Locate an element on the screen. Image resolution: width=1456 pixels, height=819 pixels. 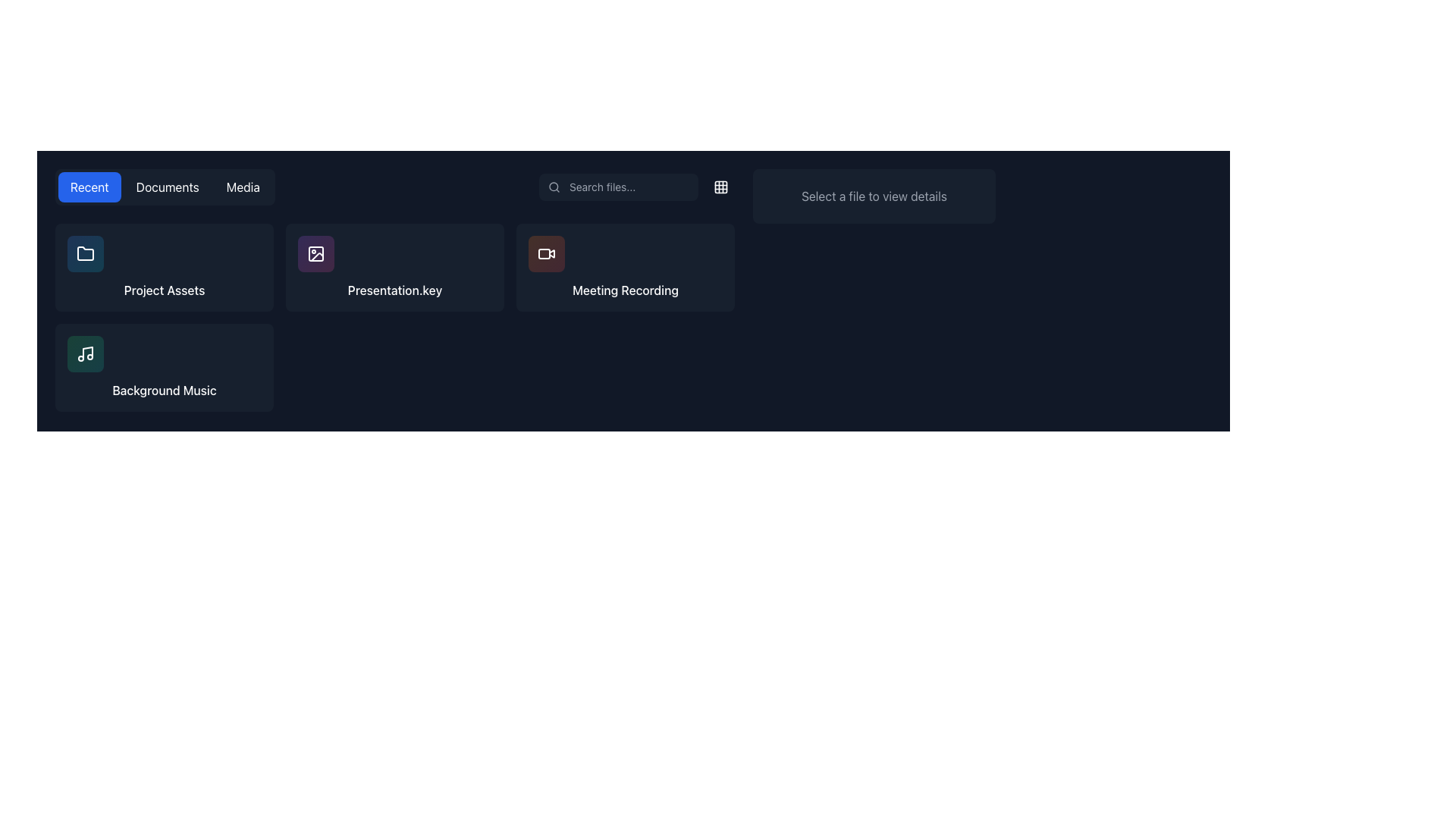
the informational panel with a dark semi-transparent background and centered white text saying 'Select a file is located at coordinates (874, 195).